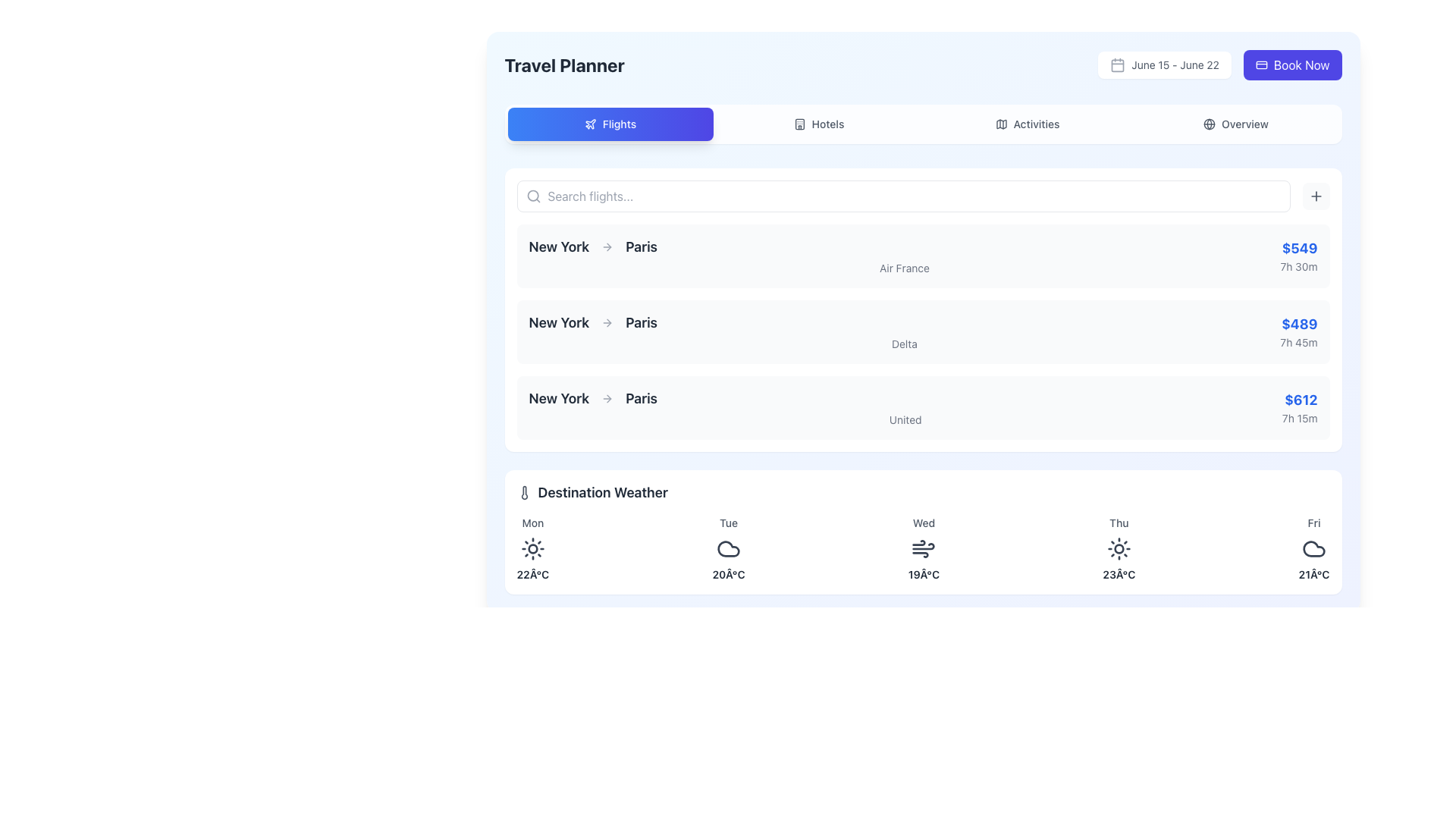 The width and height of the screenshot is (1456, 819). I want to click on the windy weather icon for the day labeled 'Wed', so click(923, 549).